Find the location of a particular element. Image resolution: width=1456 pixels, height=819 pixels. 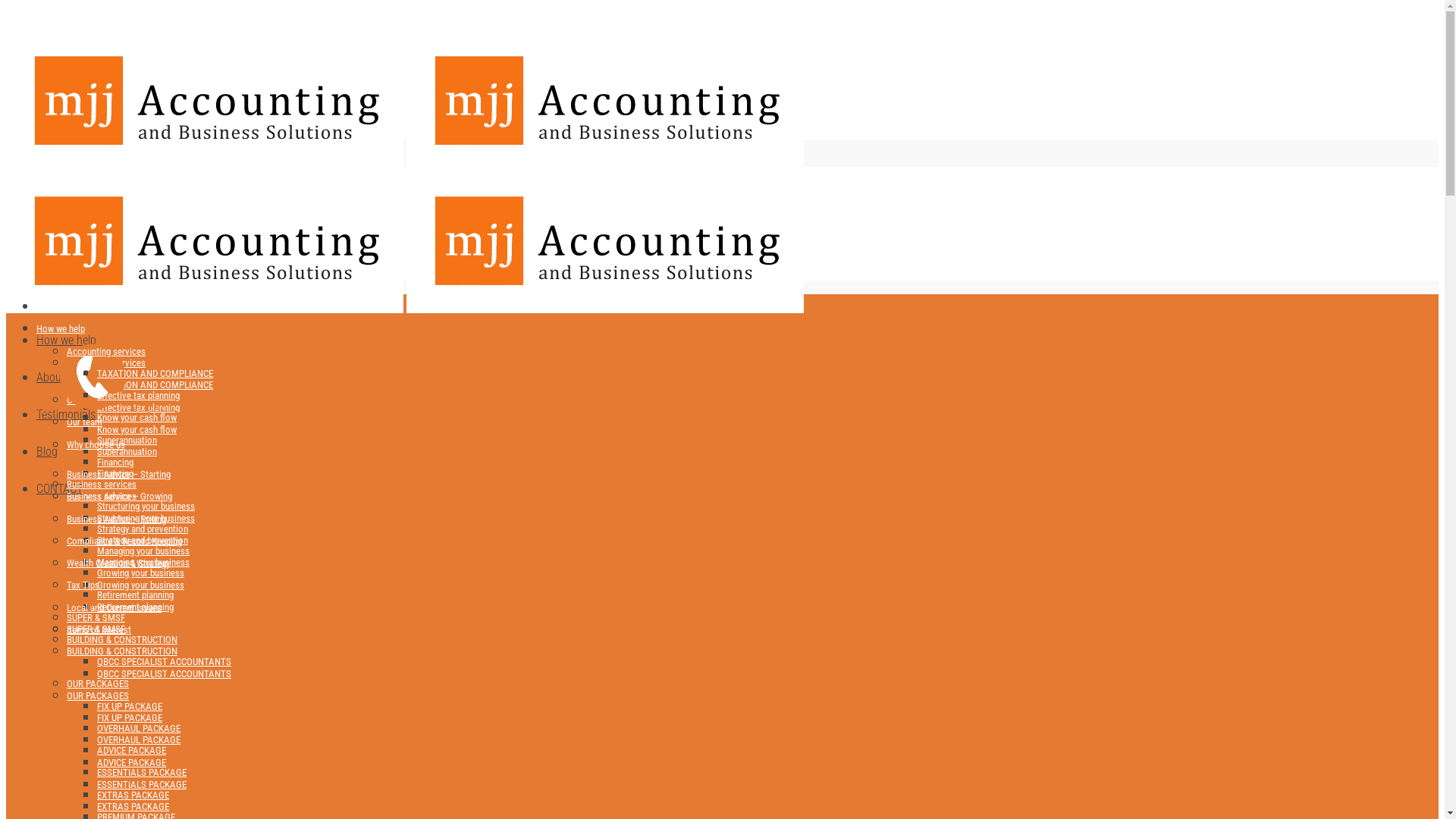

'REQUEST A QUOTE' is located at coordinates (6, 265).